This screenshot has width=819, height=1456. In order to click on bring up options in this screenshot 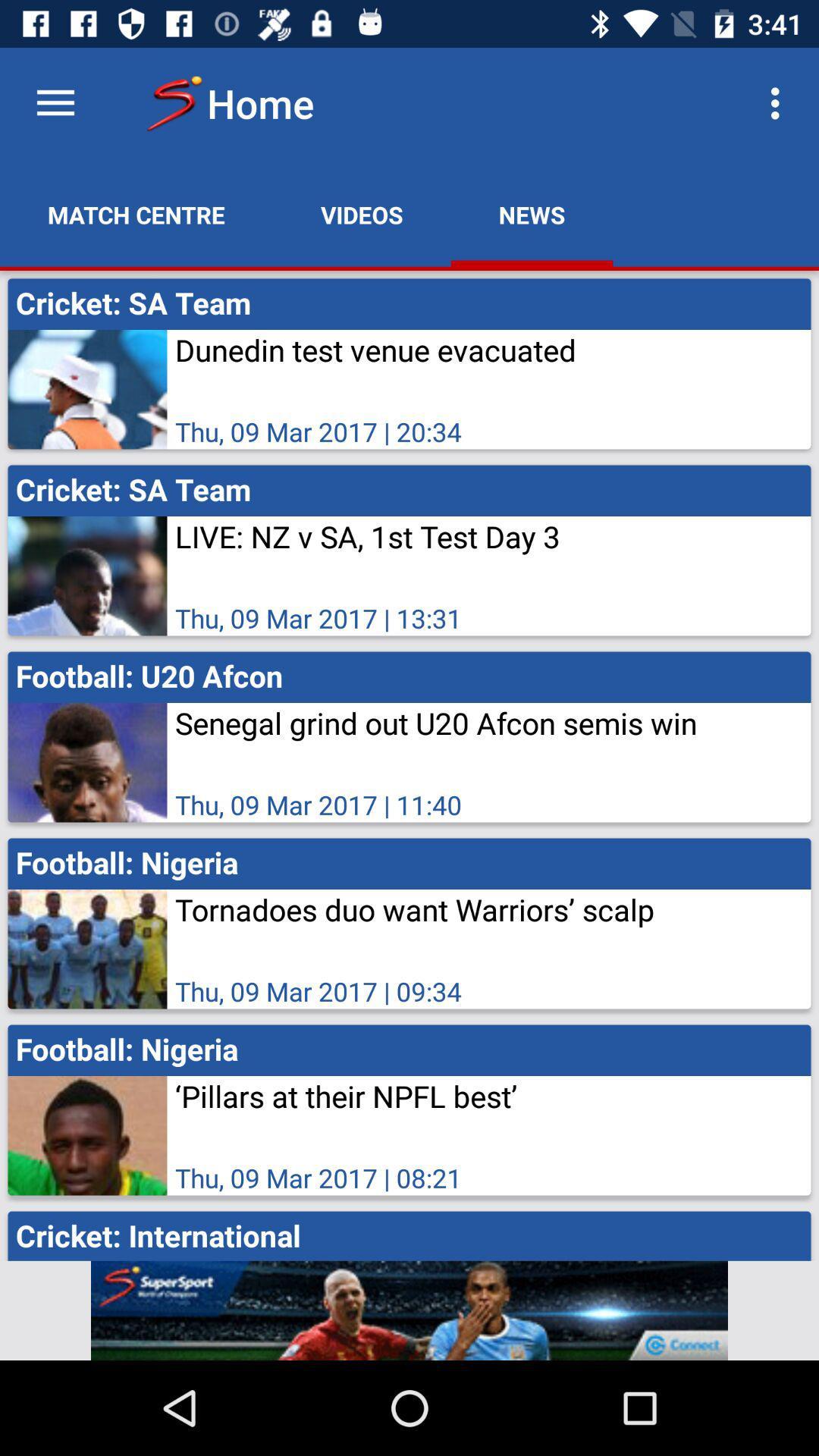, I will do `click(55, 102)`.